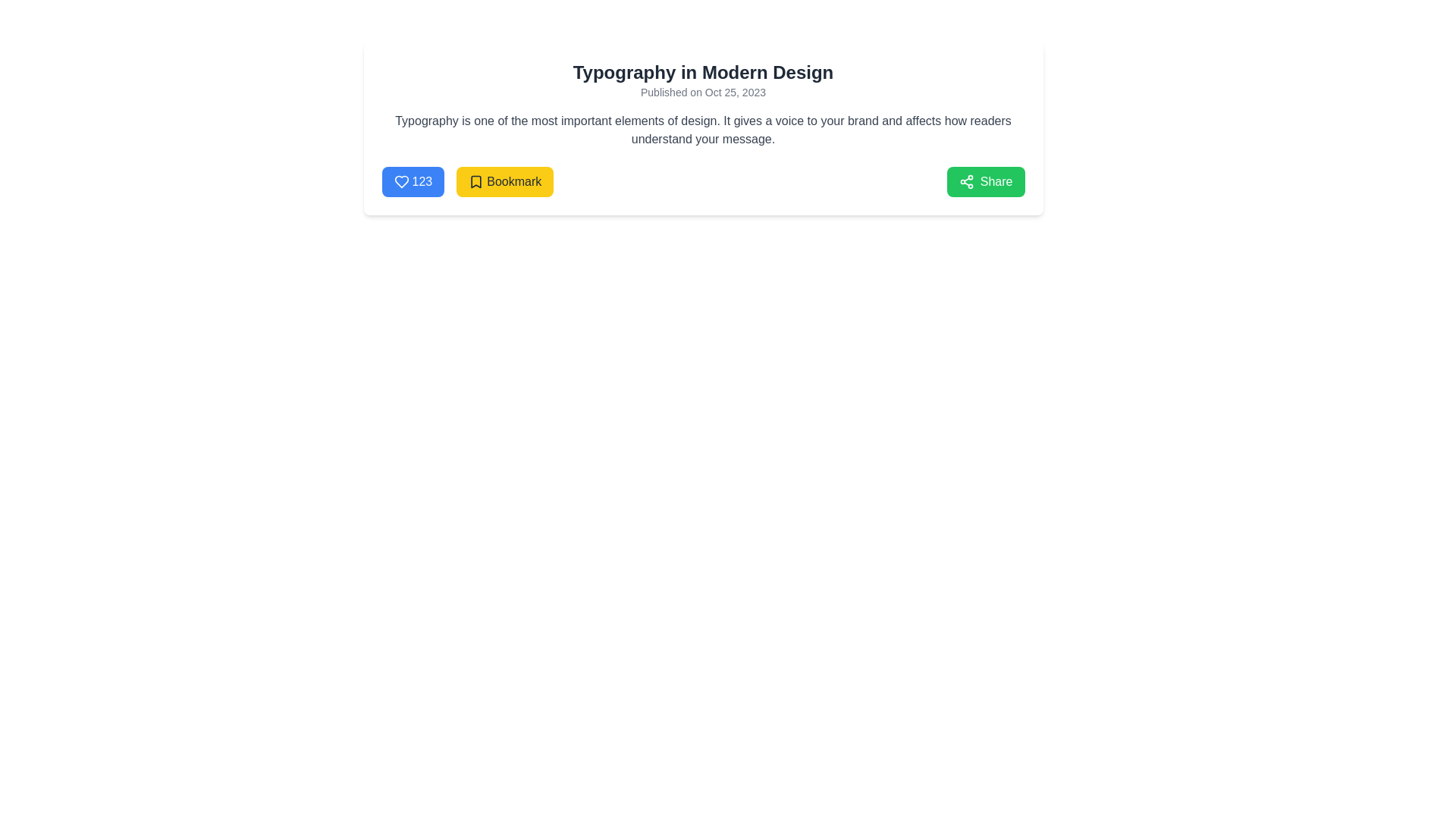 The height and width of the screenshot is (819, 1456). What do you see at coordinates (401, 180) in the screenshot?
I see `the SVG icon for the 'like' or 'favorite' function located on the left side of the action bar beneath the main content heading, adjacent to the numerical label '123'` at bounding box center [401, 180].